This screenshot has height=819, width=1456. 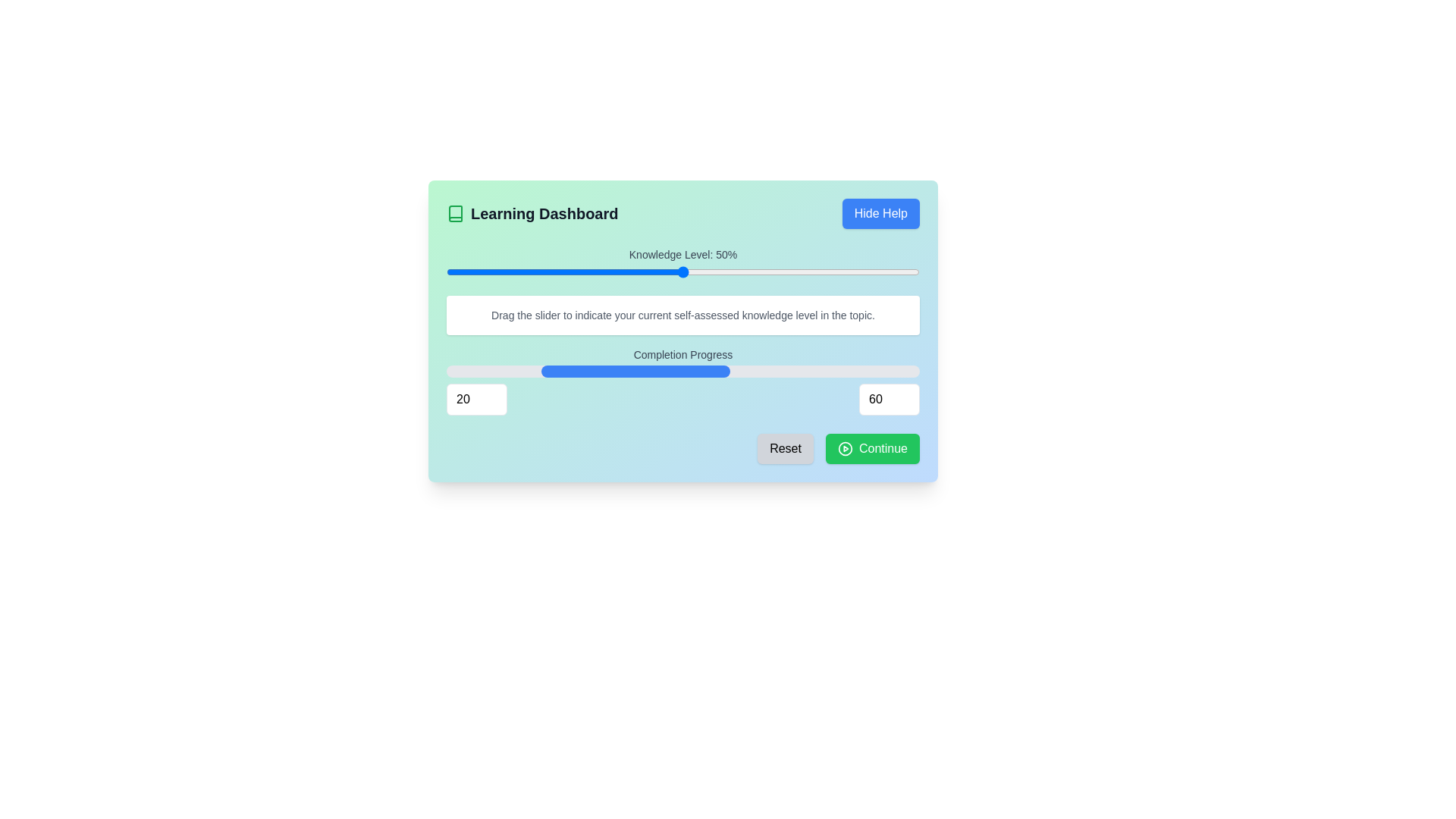 I want to click on the width of the progress bar indicator to determine the current level of completion, which is visually represented within the gray rounded progress bar, so click(x=635, y=371).